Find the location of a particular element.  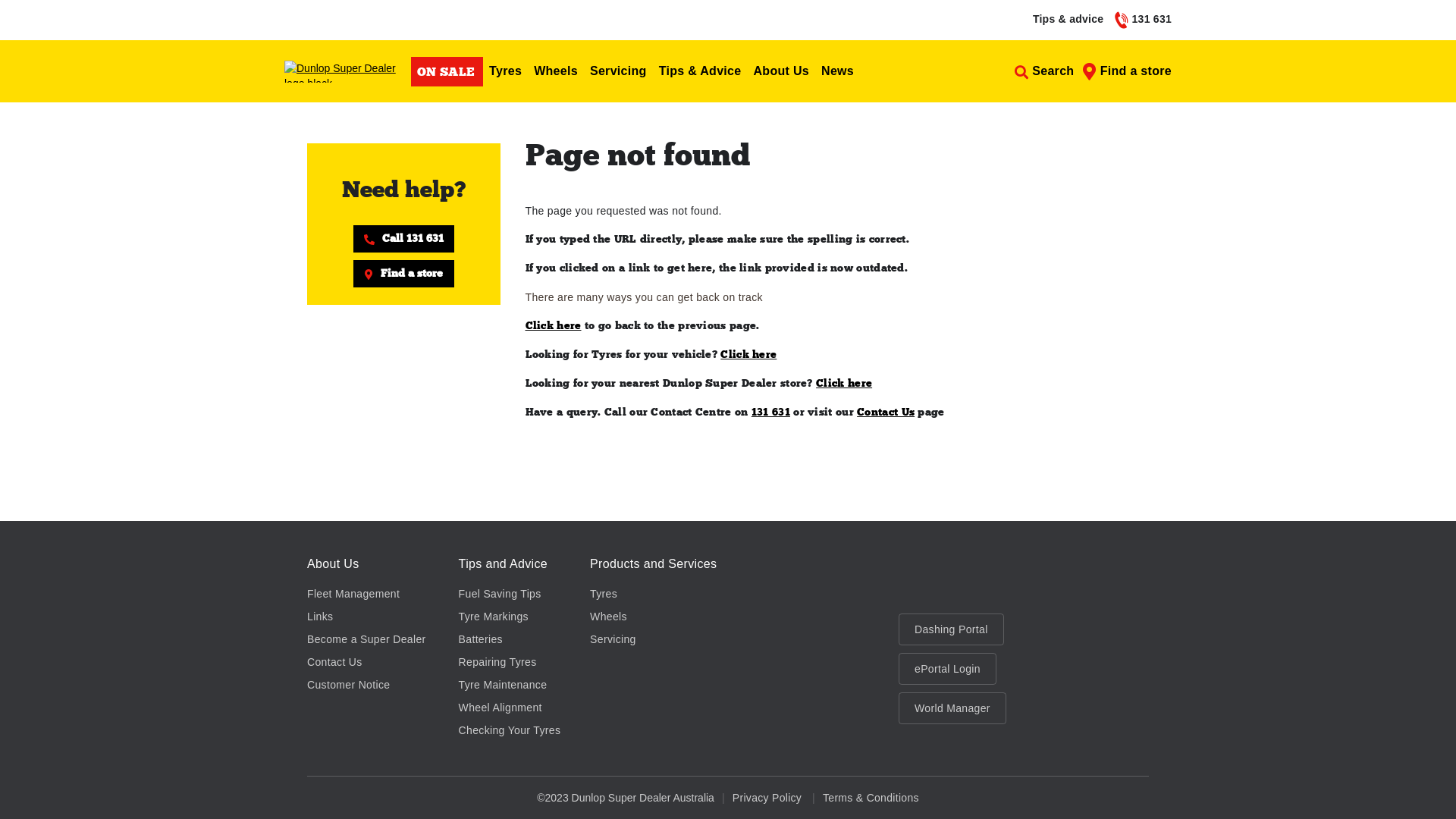

'Click here' is located at coordinates (552, 325).